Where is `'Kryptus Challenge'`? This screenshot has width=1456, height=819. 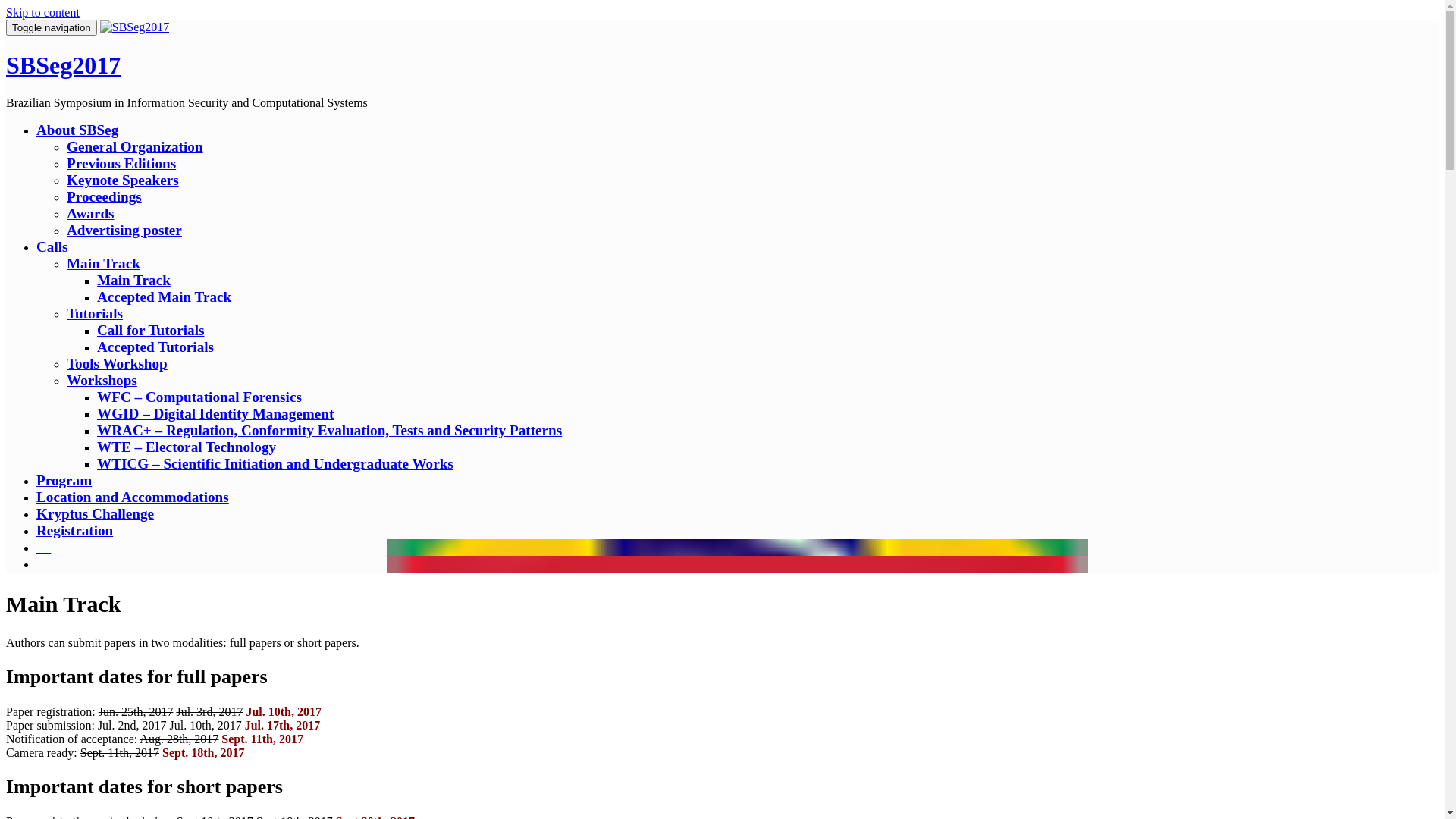 'Kryptus Challenge' is located at coordinates (94, 513).